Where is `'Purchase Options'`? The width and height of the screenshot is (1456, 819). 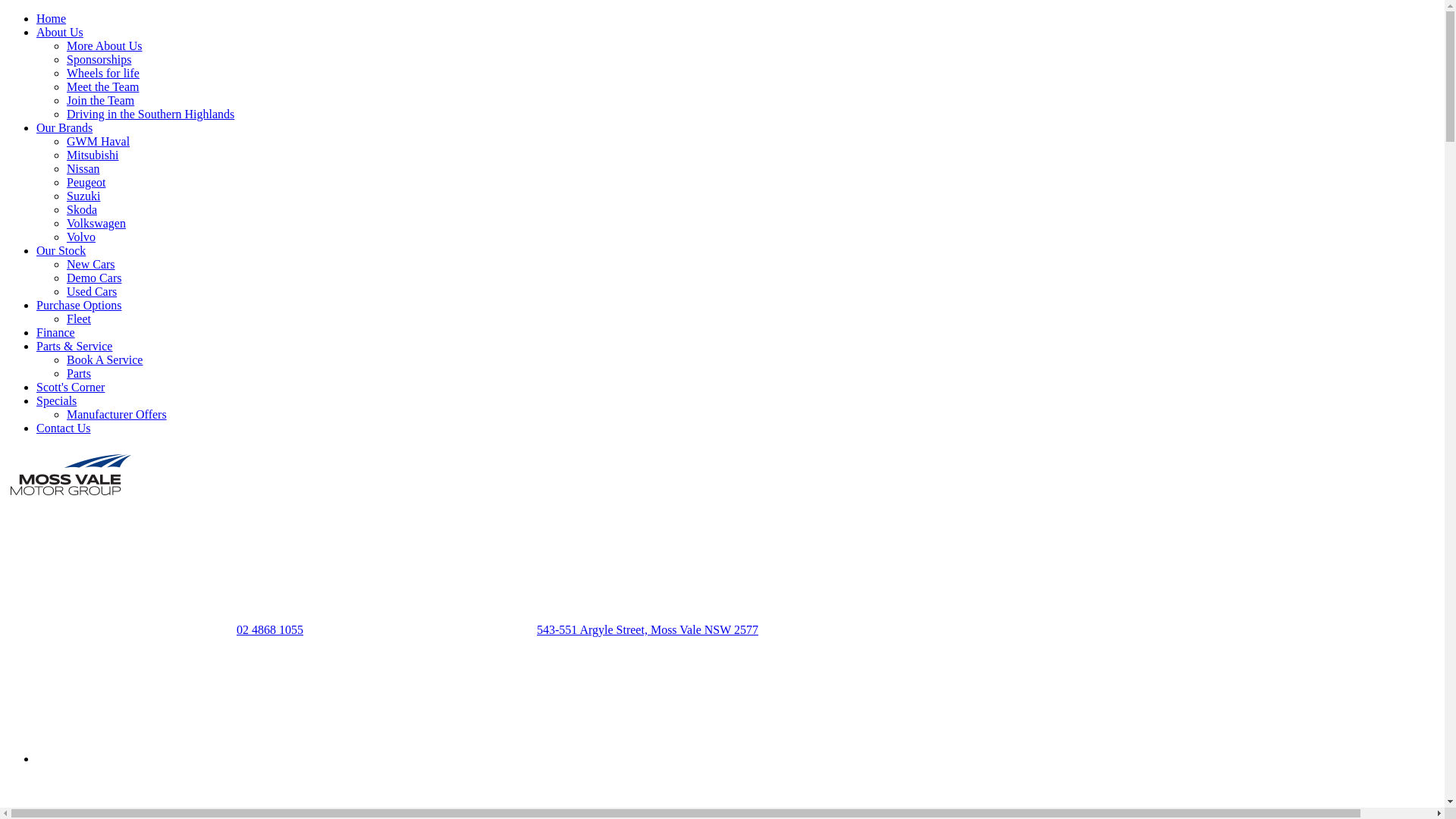 'Purchase Options' is located at coordinates (78, 305).